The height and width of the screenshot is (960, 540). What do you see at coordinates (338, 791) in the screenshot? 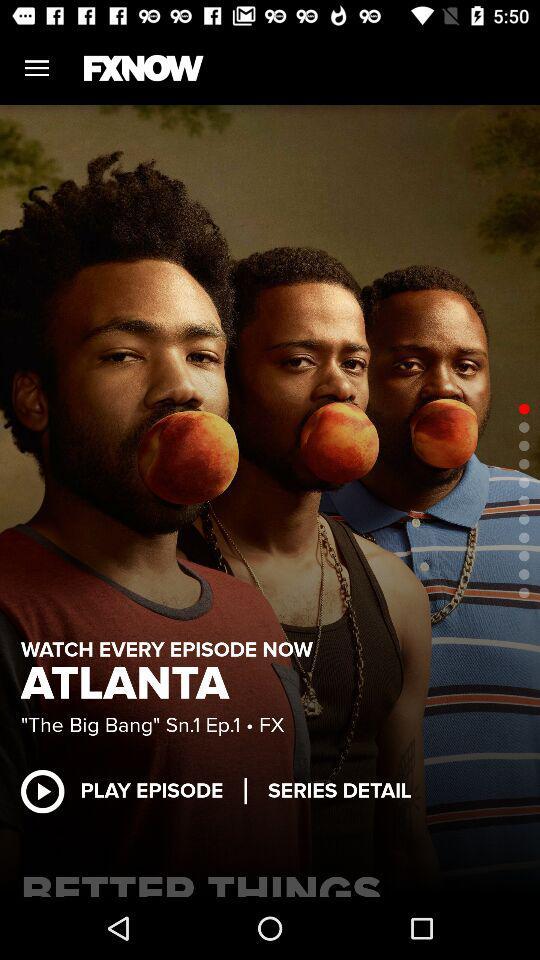
I see `series detail` at bounding box center [338, 791].